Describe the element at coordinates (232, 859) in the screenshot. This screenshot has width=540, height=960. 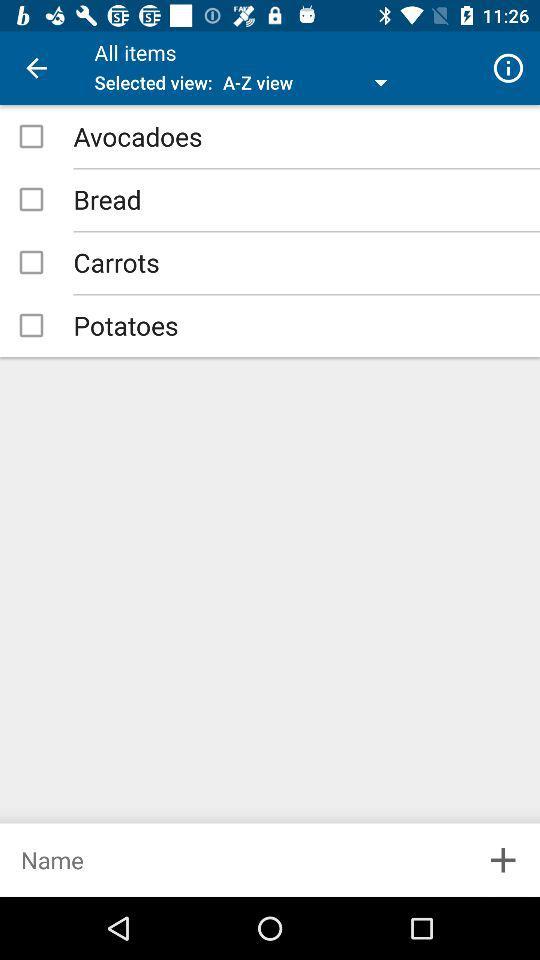
I see `name` at that location.